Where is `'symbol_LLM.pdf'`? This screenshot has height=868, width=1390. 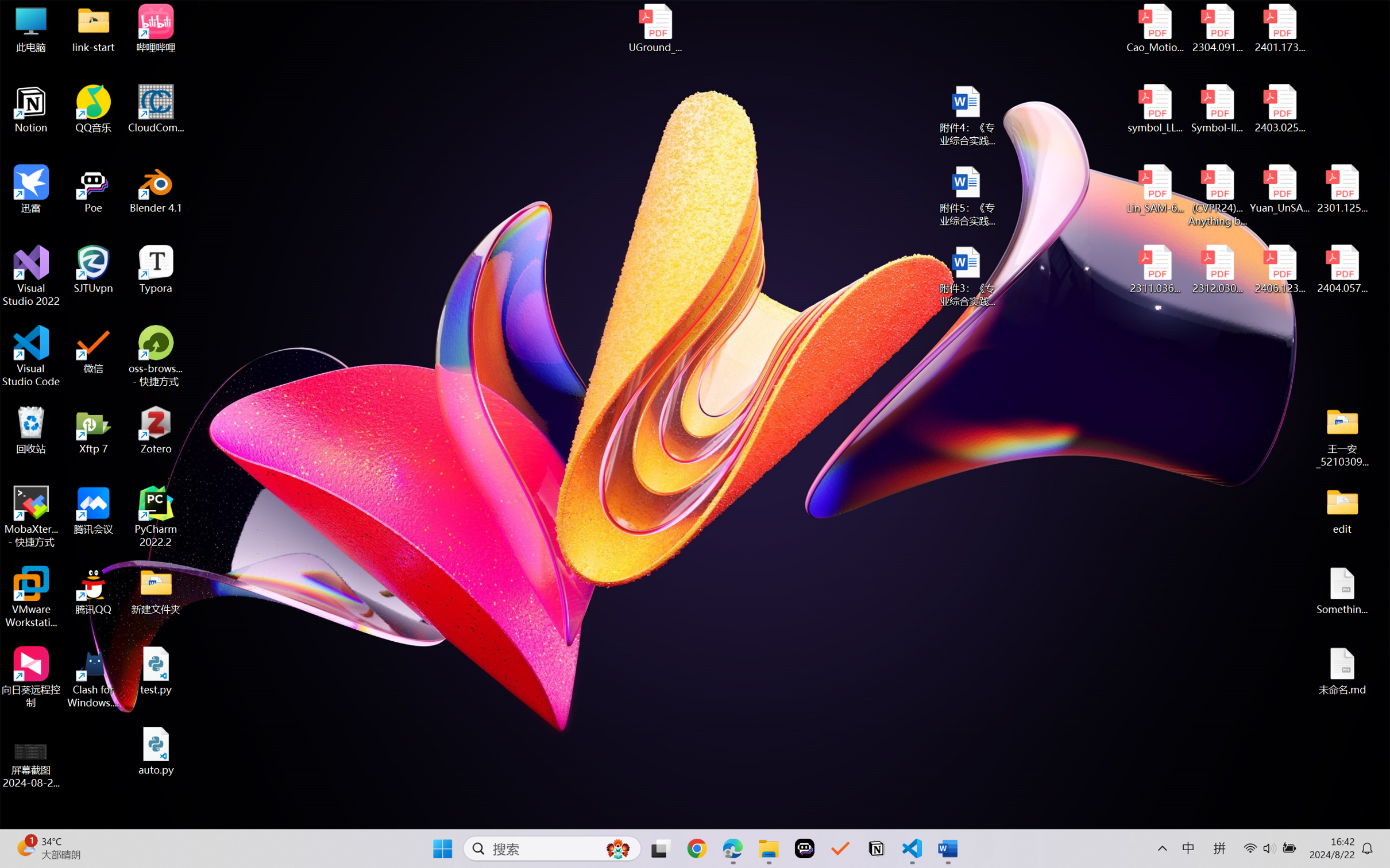 'symbol_LLM.pdf' is located at coordinates (1155, 109).